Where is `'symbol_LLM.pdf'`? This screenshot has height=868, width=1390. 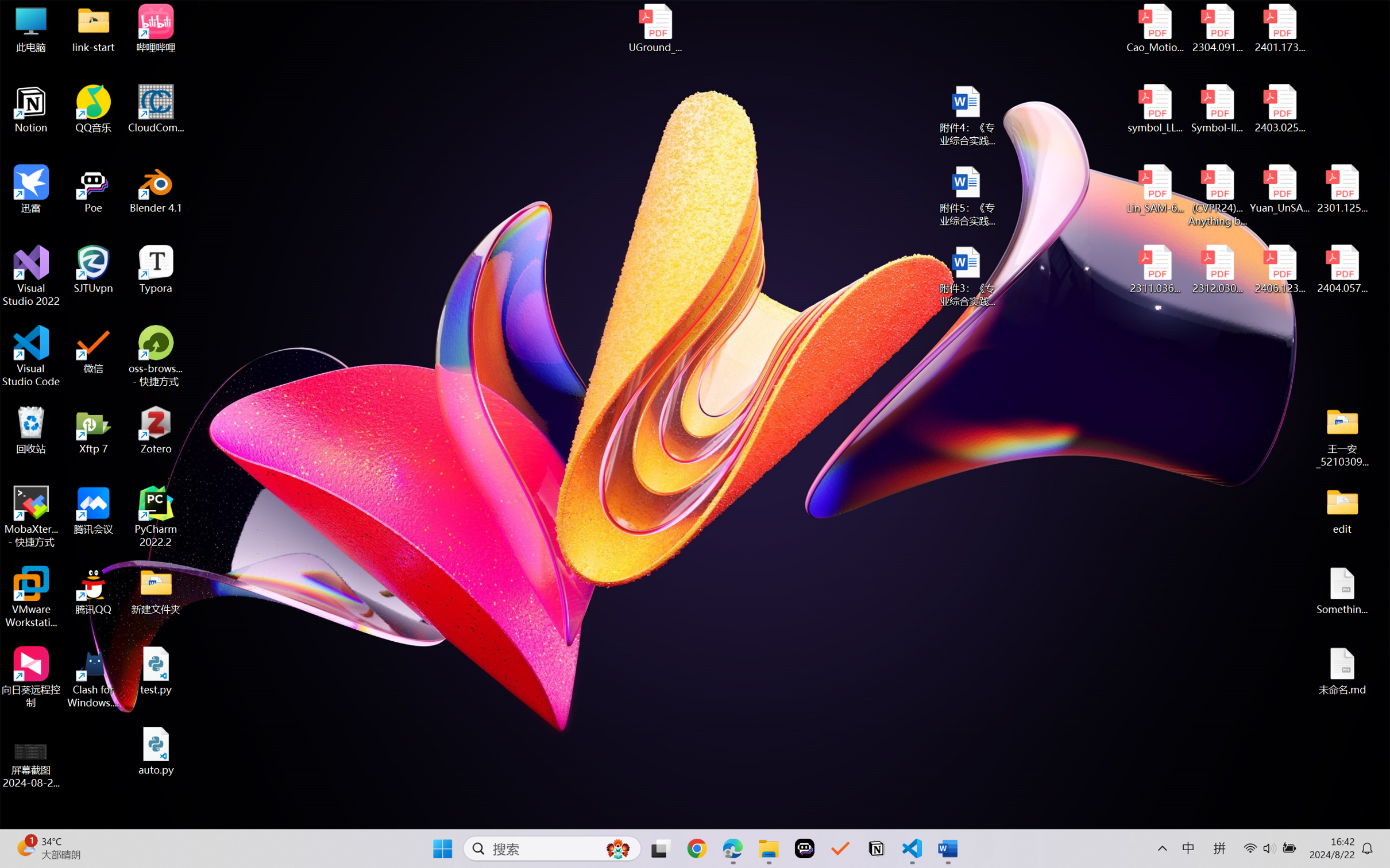 'symbol_LLM.pdf' is located at coordinates (1155, 109).